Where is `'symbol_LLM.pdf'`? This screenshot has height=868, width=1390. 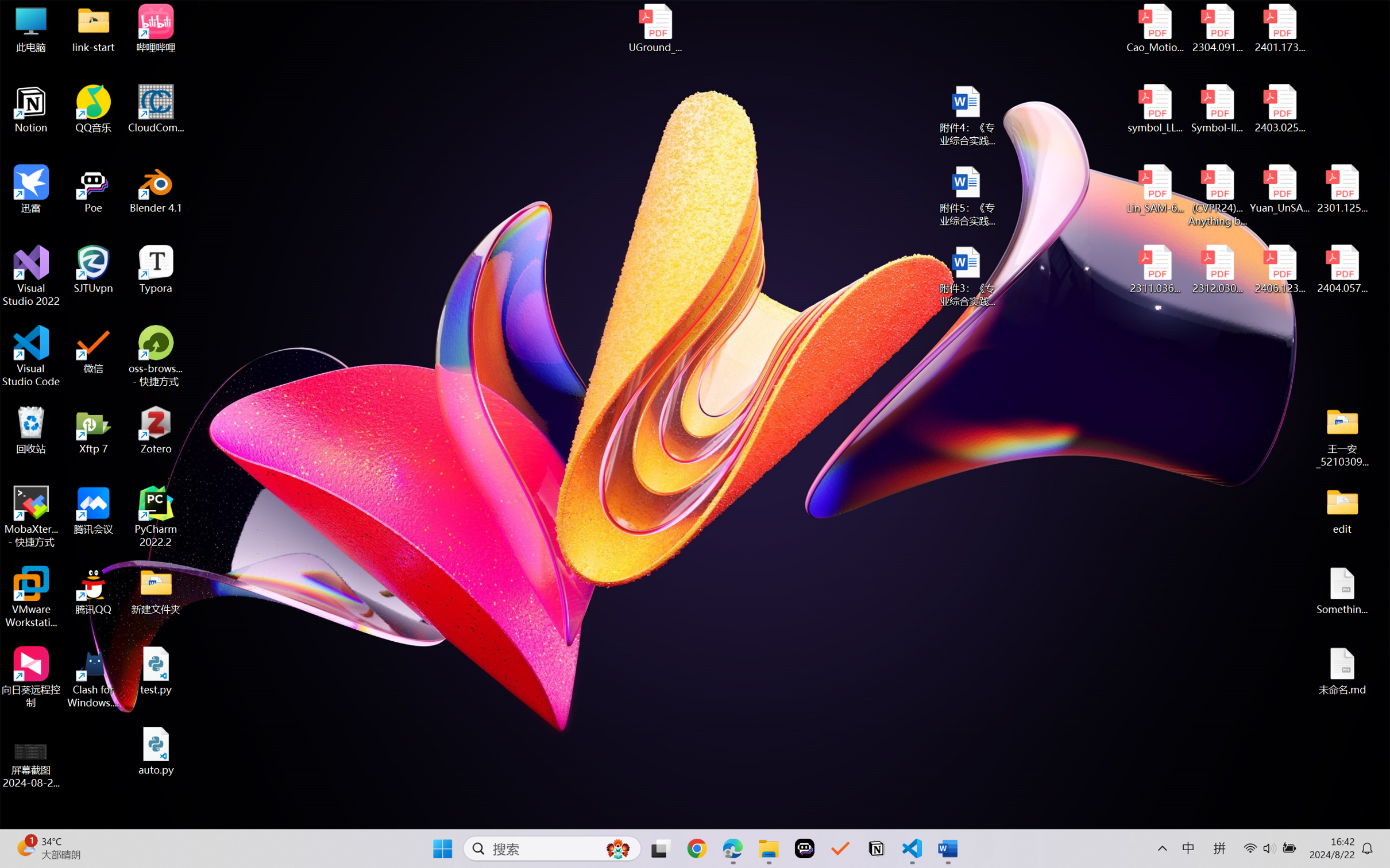 'symbol_LLM.pdf' is located at coordinates (1155, 109).